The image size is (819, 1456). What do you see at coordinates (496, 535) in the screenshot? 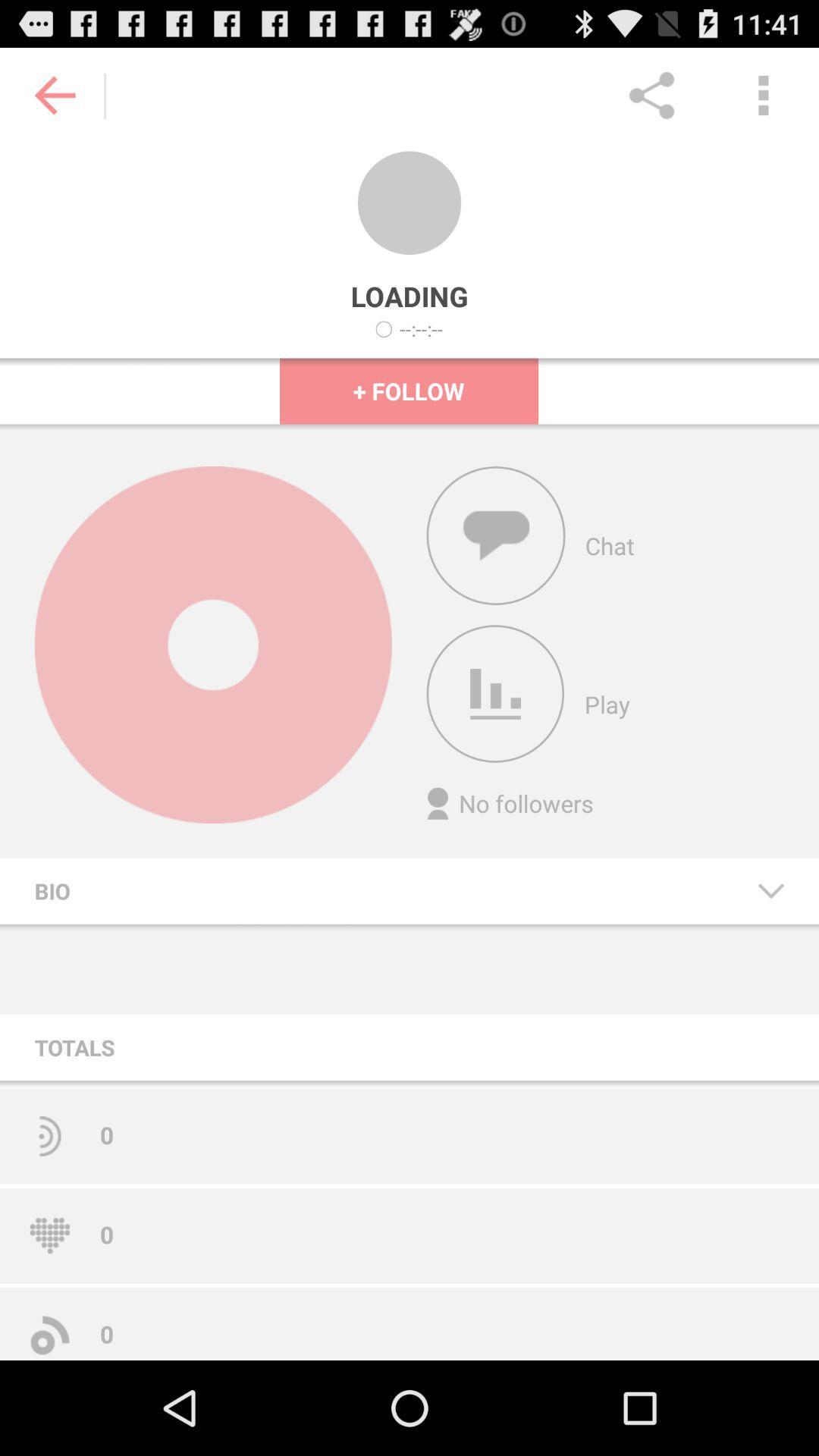
I see `the toggle is used to open the chat` at bounding box center [496, 535].